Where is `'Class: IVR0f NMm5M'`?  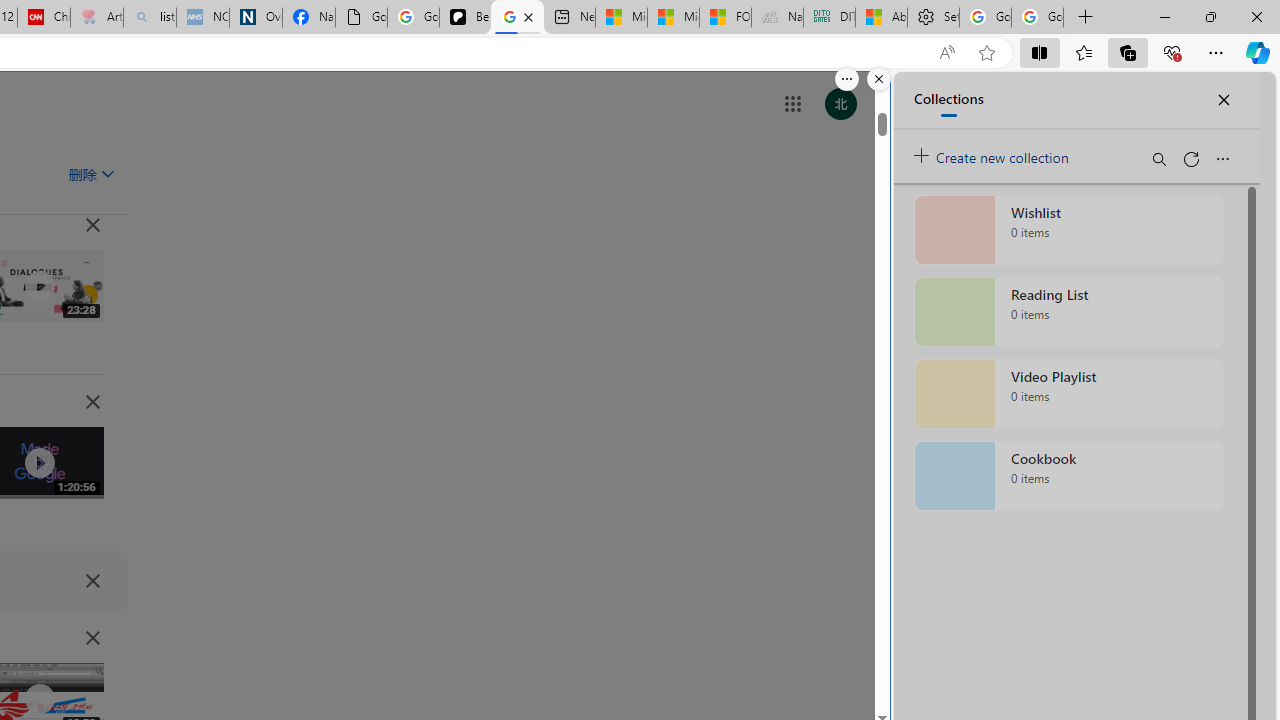 'Class: IVR0f NMm5M' is located at coordinates (39, 698).